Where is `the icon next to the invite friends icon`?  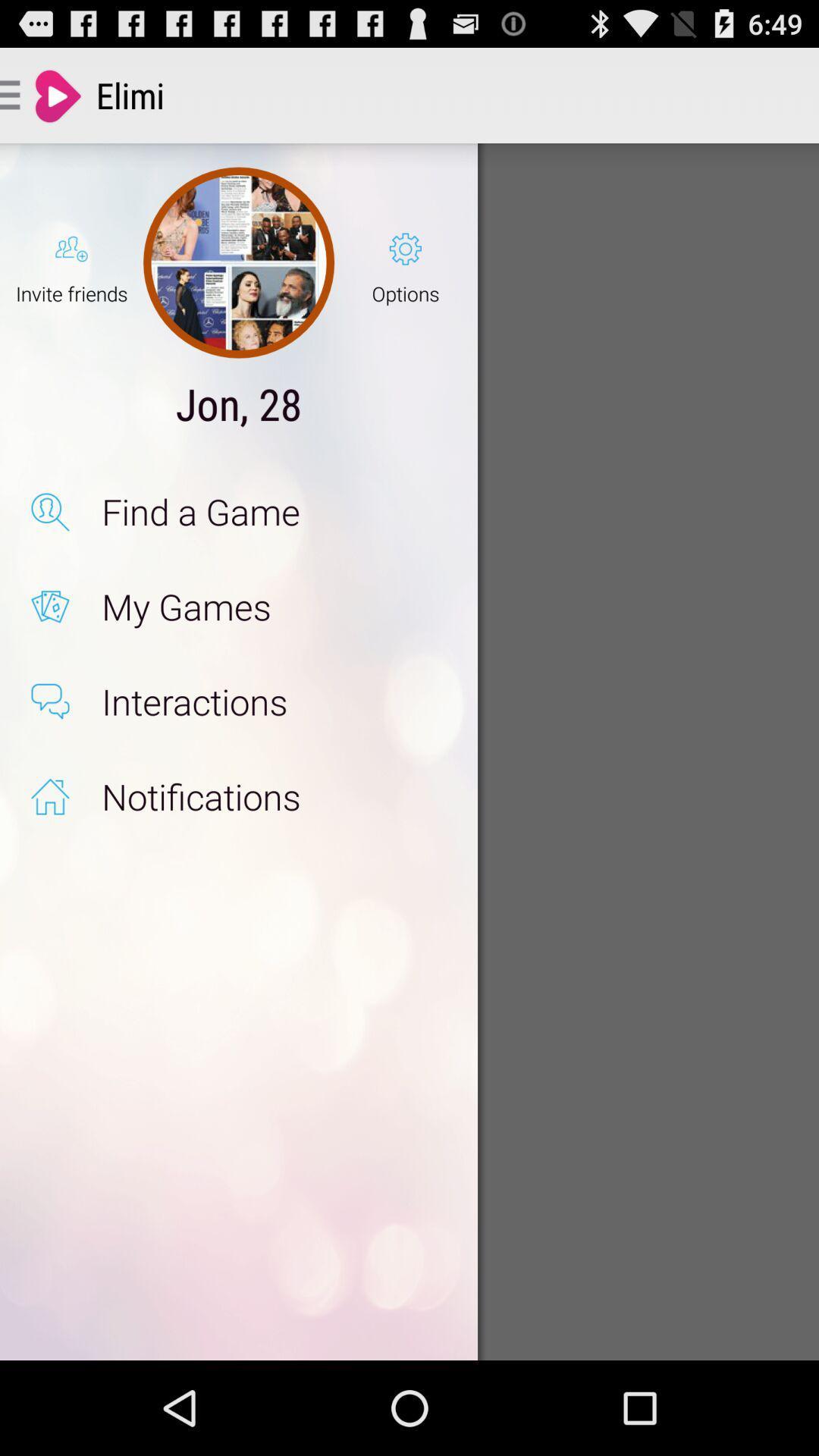 the icon next to the invite friends icon is located at coordinates (239, 262).